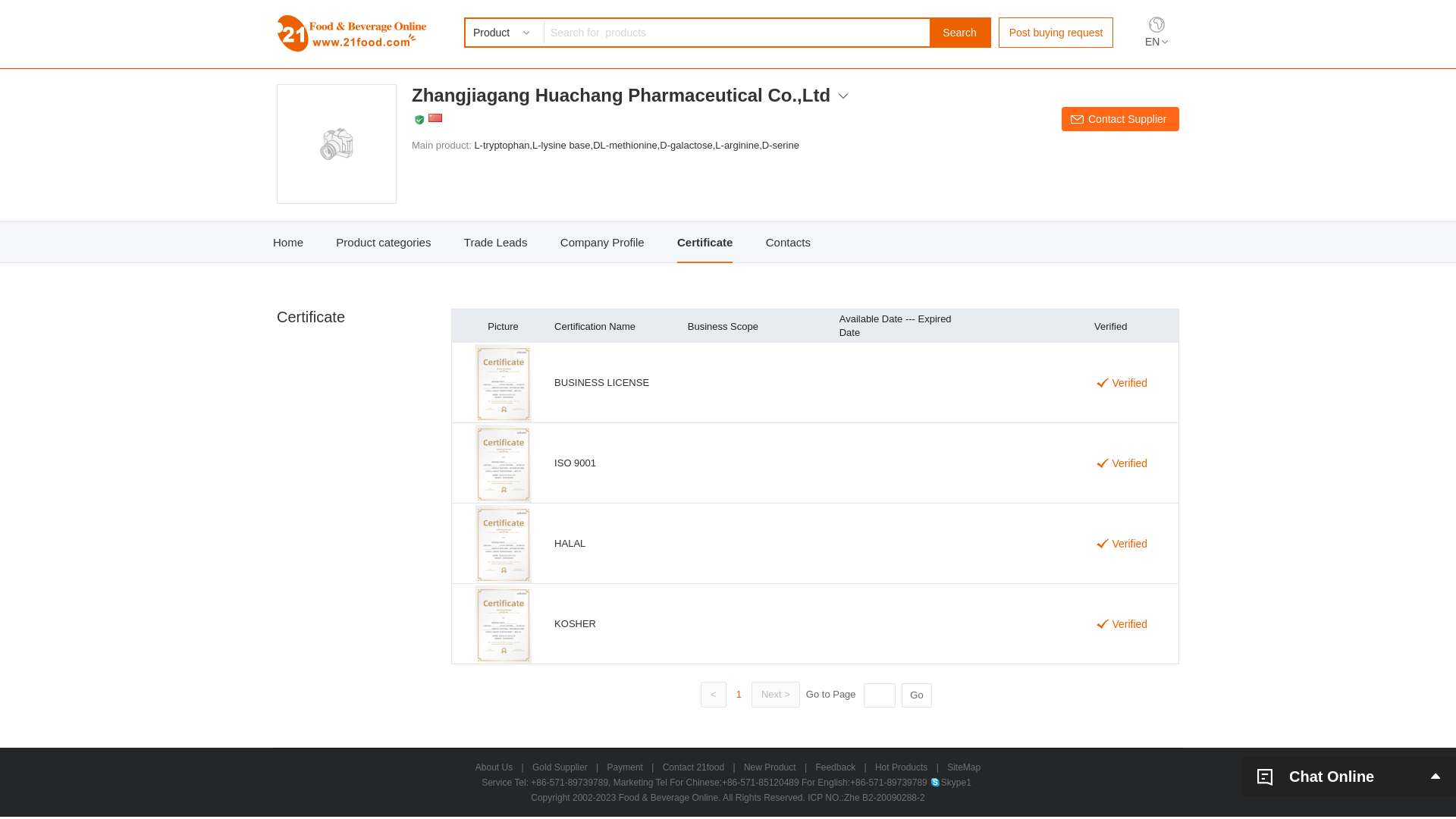 The image size is (1456, 819). I want to click on 'Company Profile', so click(601, 241).